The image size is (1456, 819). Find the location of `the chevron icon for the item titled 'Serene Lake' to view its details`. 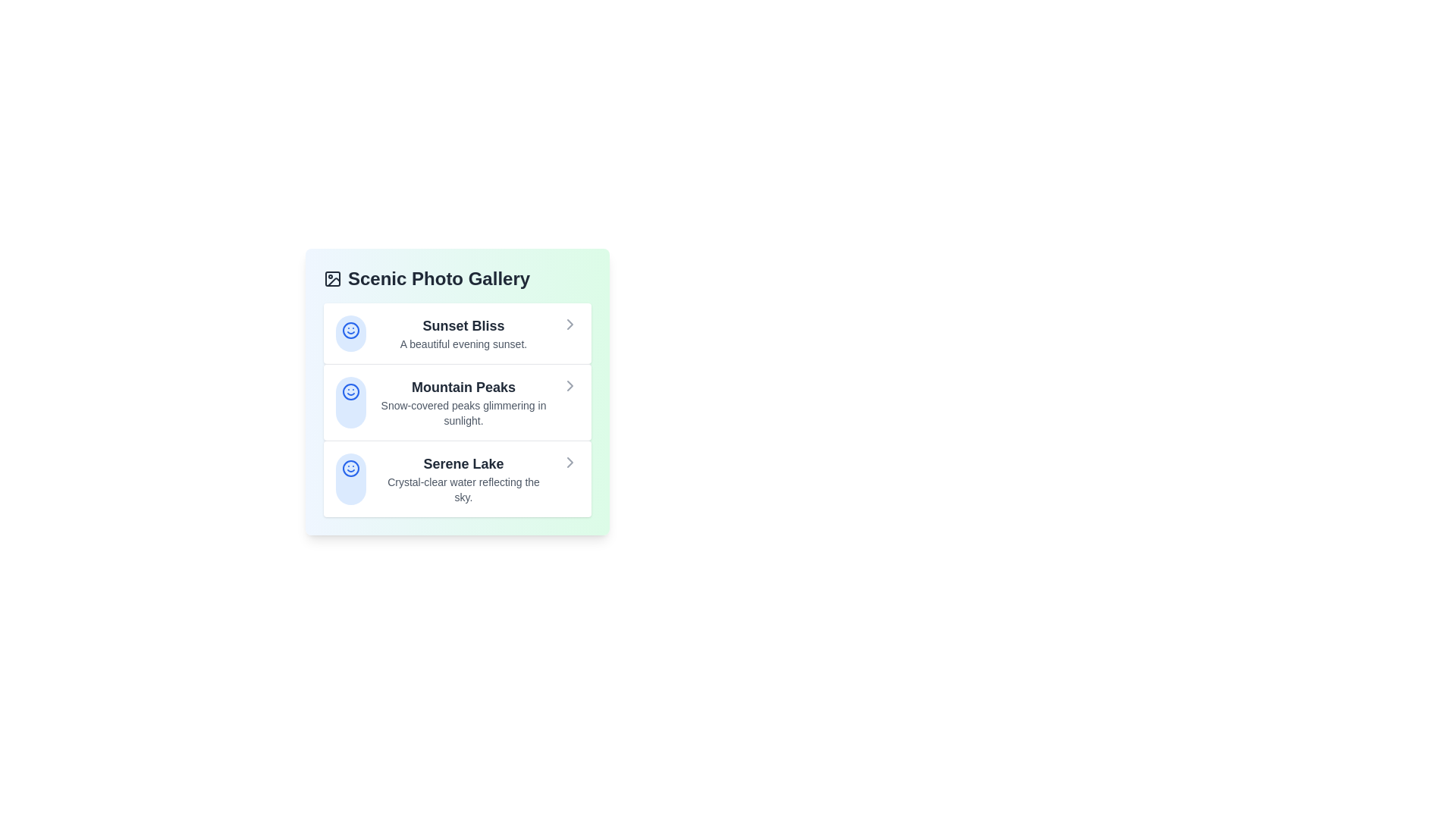

the chevron icon for the item titled 'Serene Lake' to view its details is located at coordinates (570, 461).